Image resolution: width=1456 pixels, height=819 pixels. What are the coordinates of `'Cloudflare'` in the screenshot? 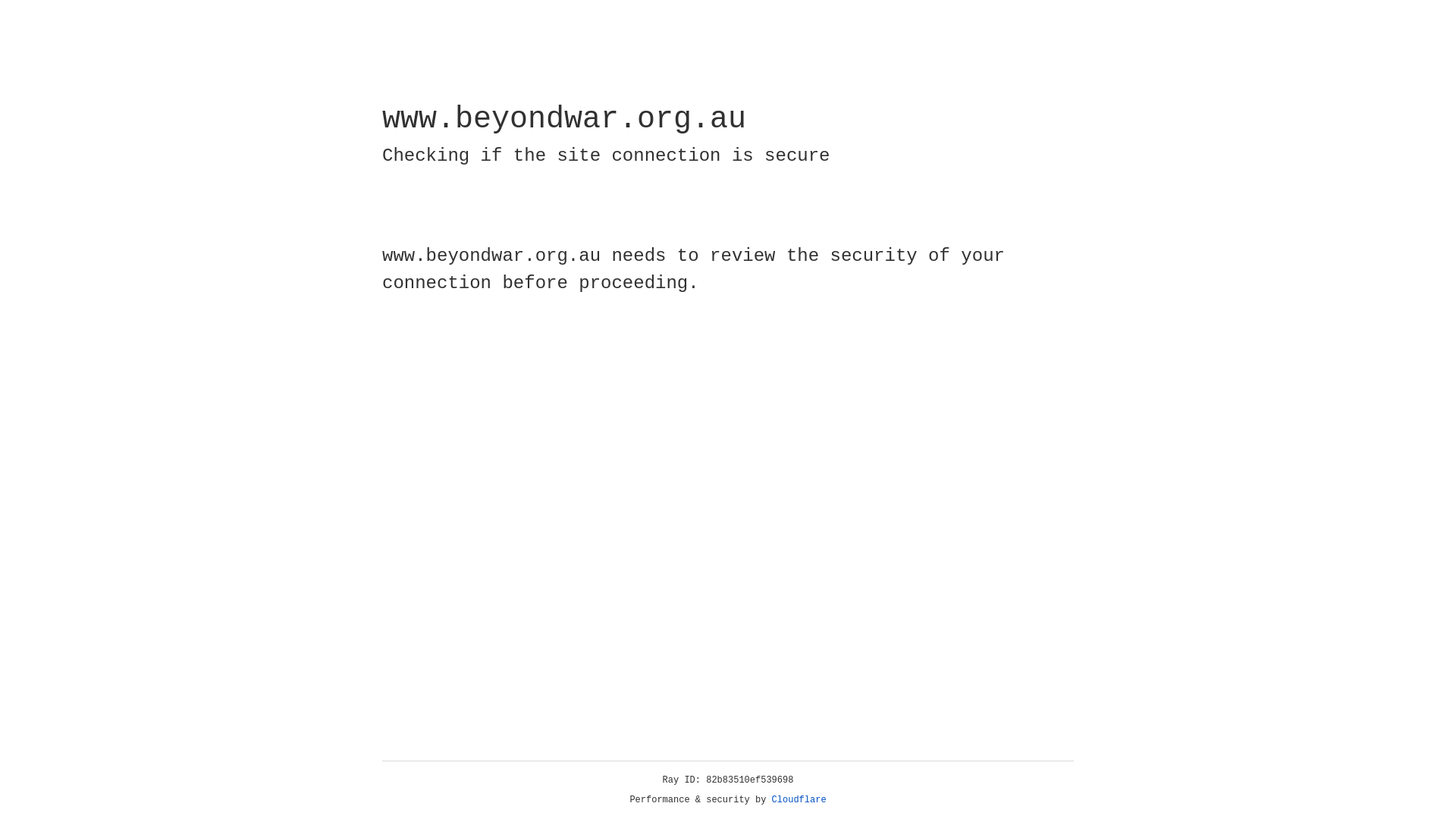 It's located at (799, 799).